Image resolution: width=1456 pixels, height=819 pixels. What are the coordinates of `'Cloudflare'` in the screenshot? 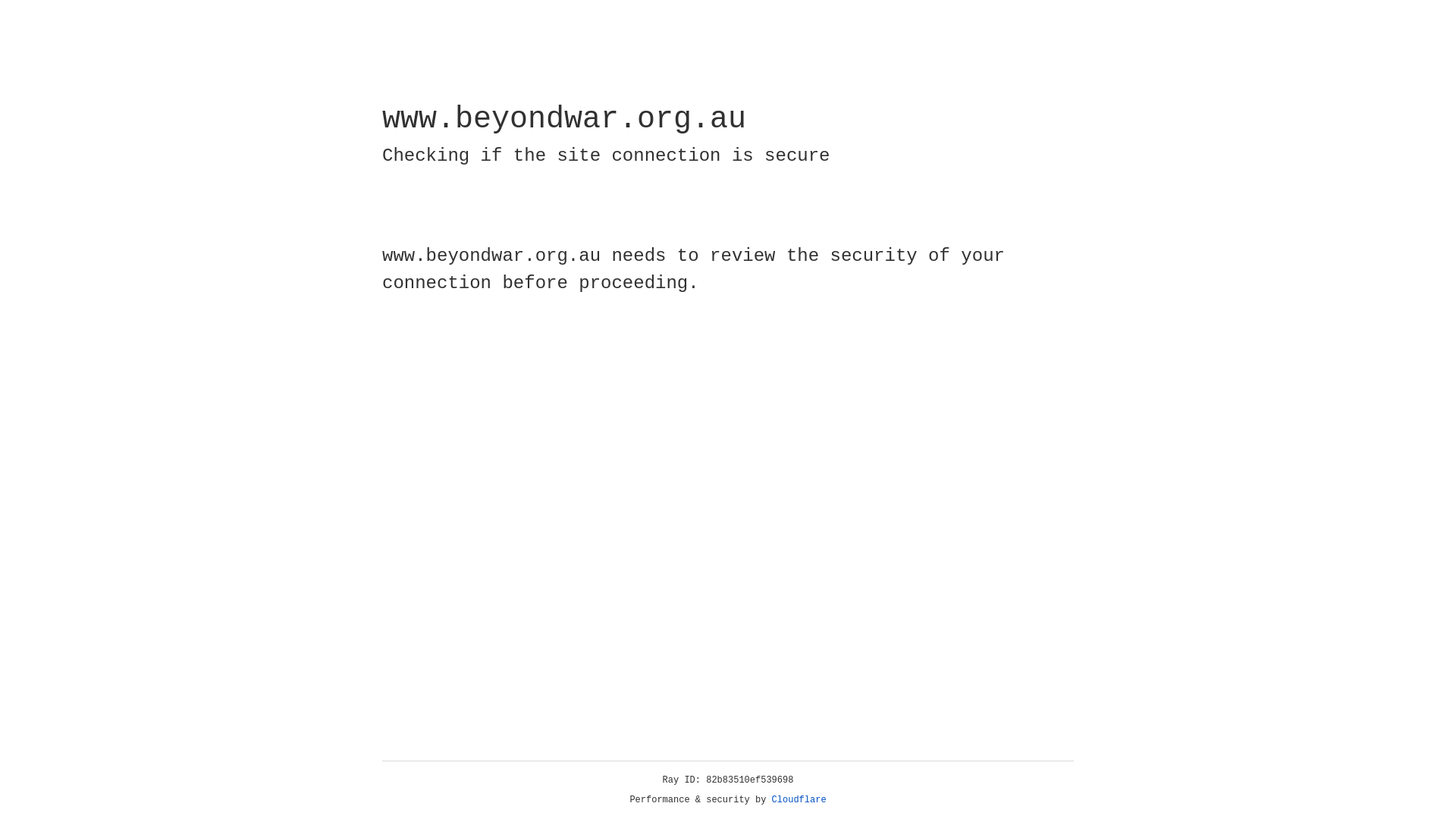 It's located at (799, 799).